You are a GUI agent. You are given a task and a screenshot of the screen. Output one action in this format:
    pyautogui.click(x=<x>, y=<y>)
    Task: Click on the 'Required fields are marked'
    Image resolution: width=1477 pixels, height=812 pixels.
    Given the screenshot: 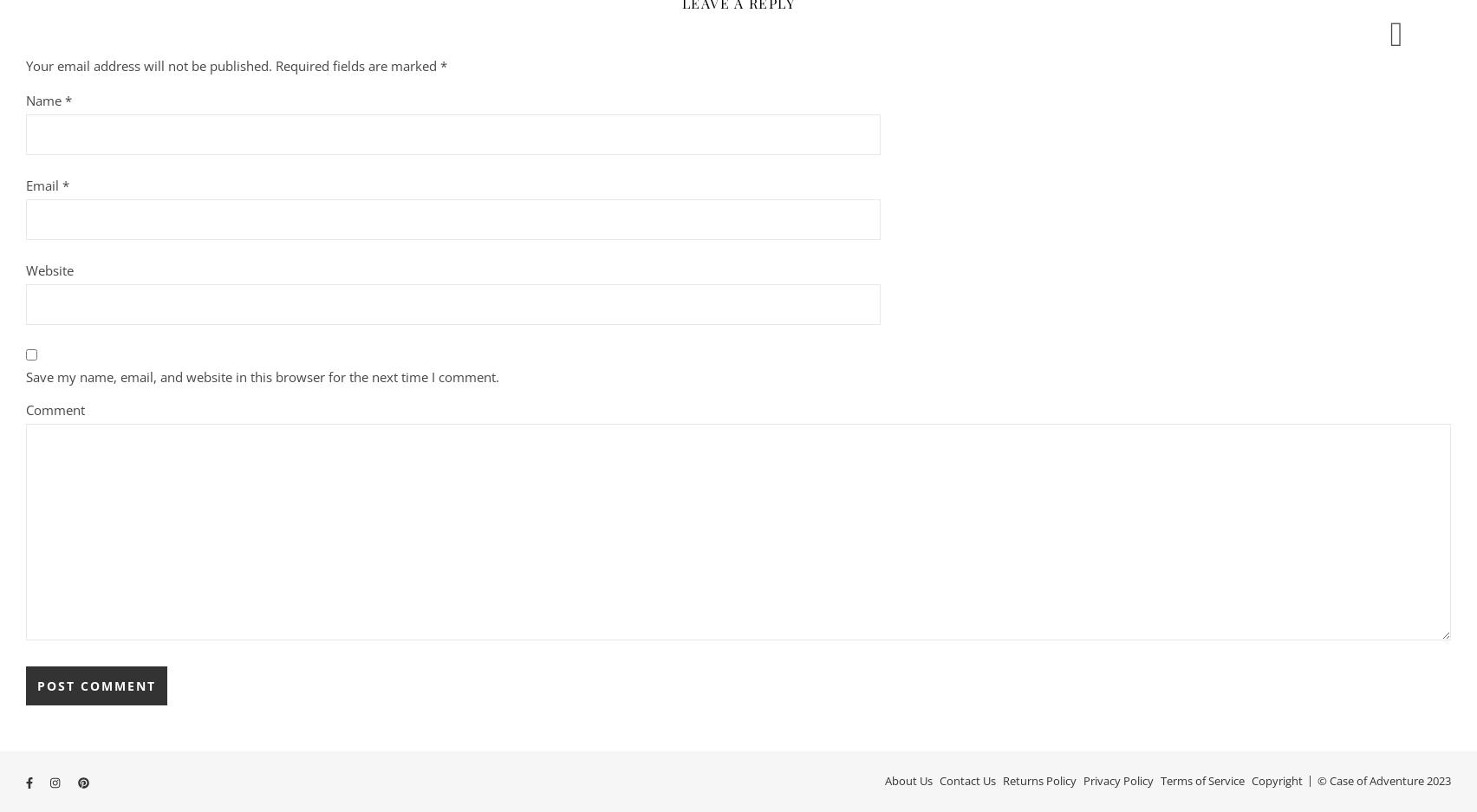 What is the action you would take?
    pyautogui.click(x=357, y=64)
    